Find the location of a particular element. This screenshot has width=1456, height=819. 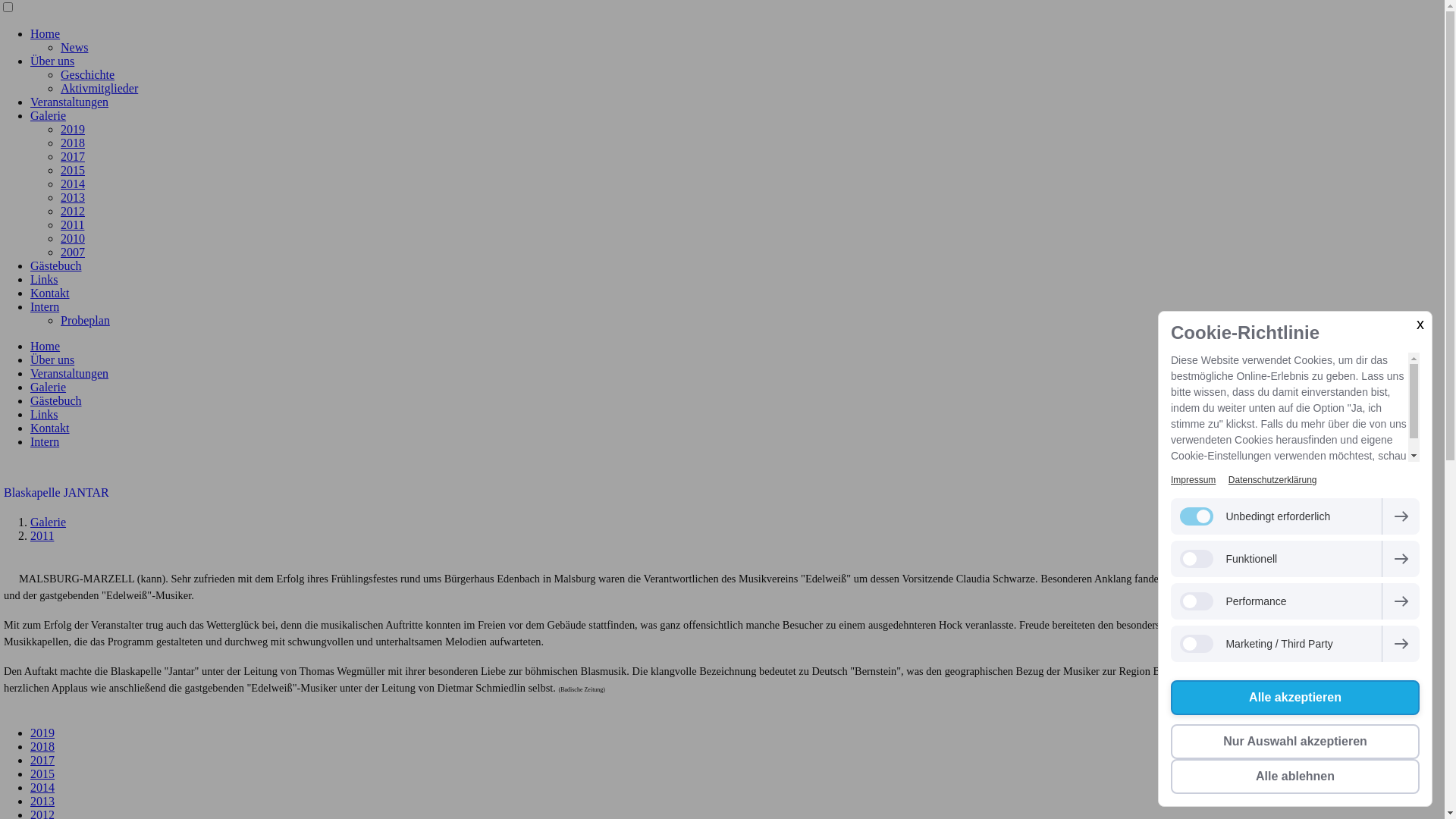

'2007' is located at coordinates (61, 251).